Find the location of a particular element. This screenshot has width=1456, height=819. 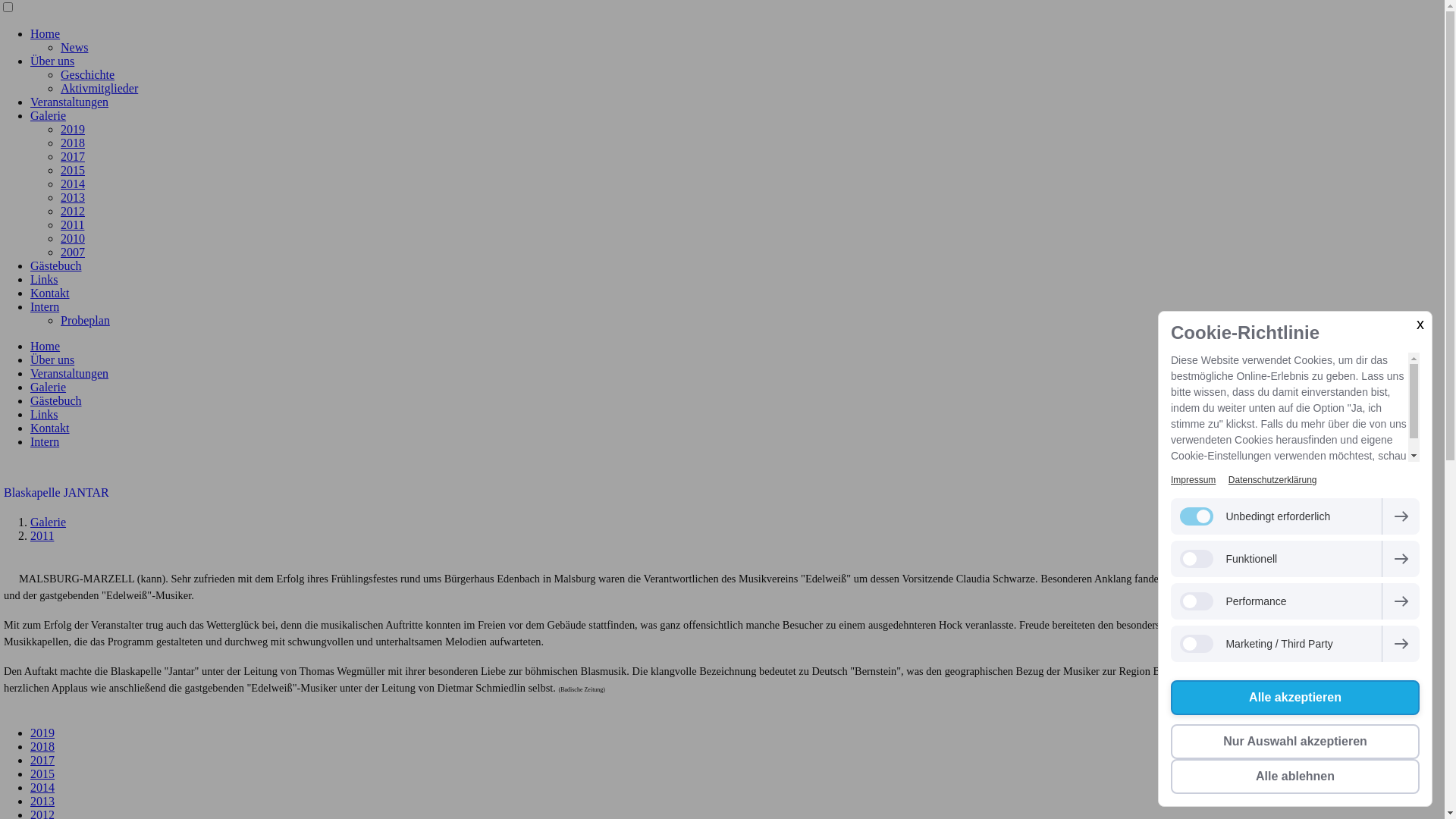

'2007' is located at coordinates (61, 251).